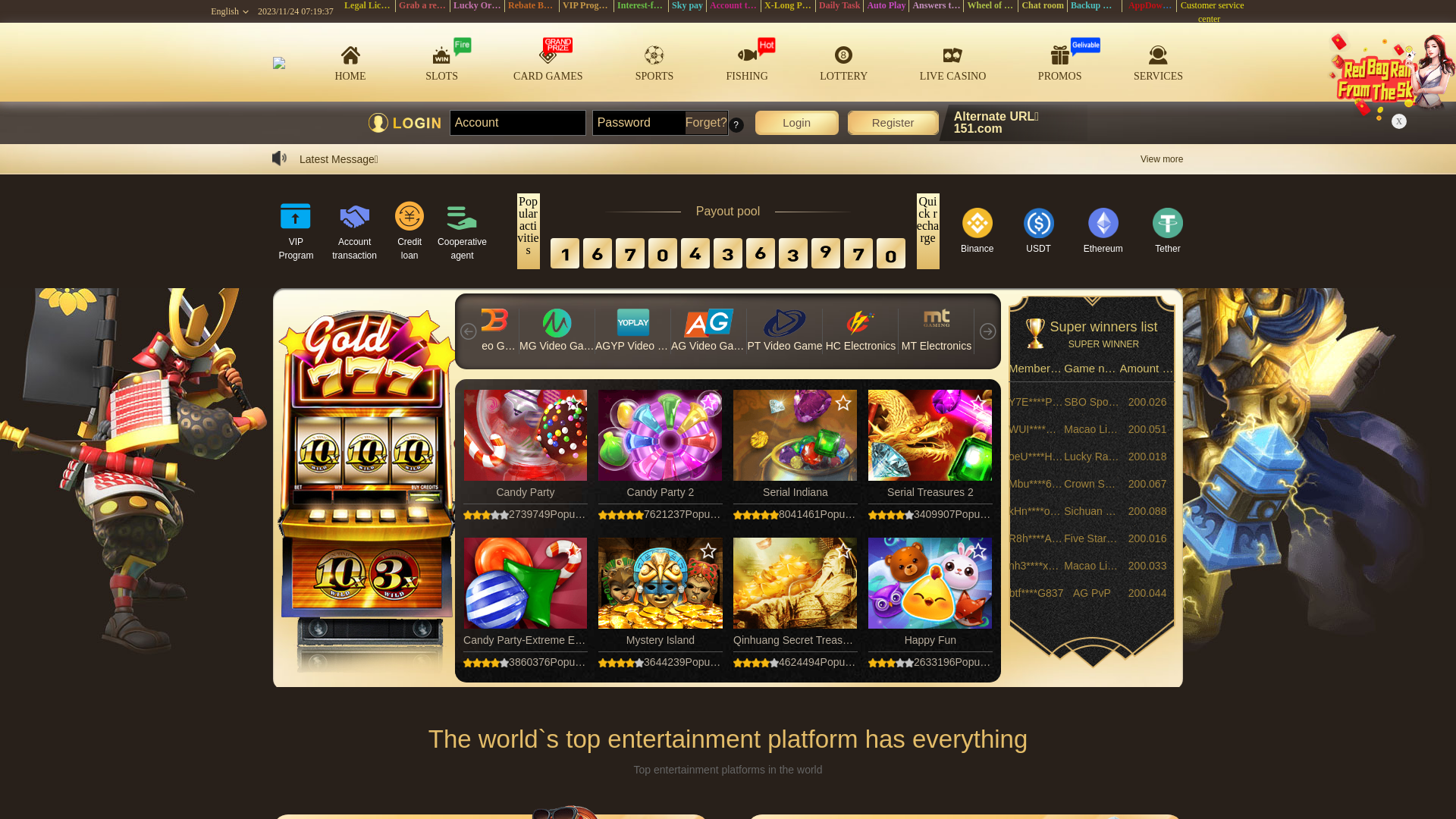  What do you see at coordinates (952, 61) in the screenshot?
I see `'LIVE CASINO'` at bounding box center [952, 61].